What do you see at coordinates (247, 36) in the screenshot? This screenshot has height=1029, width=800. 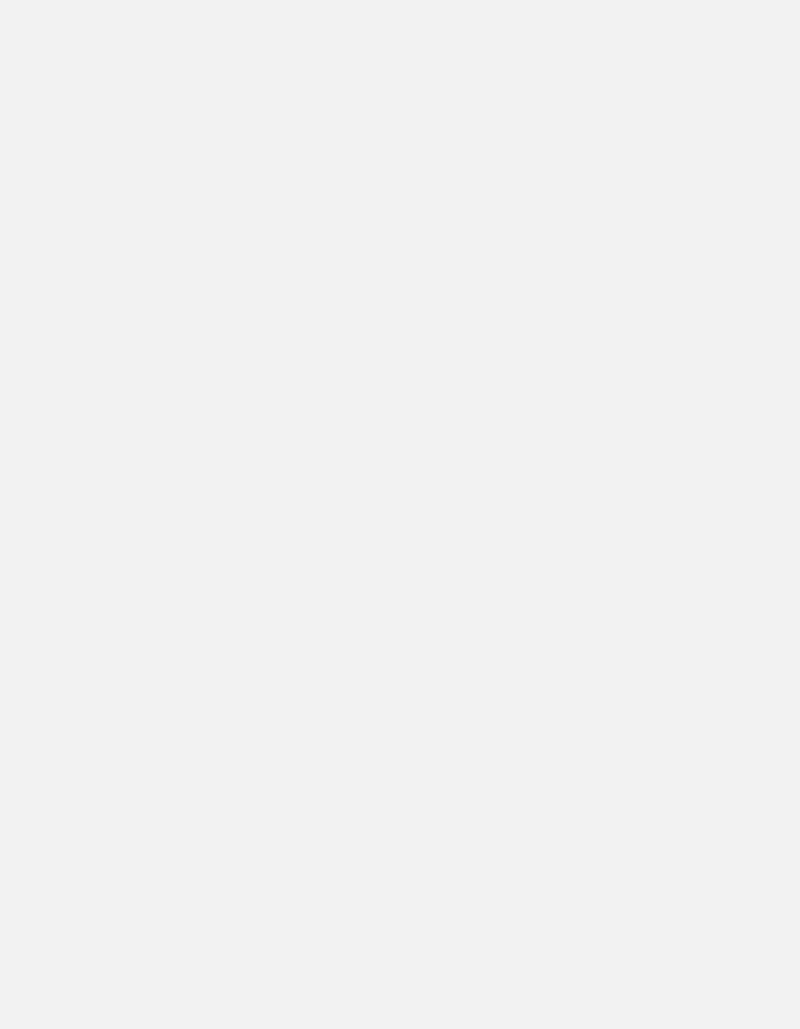 I see `'Tottenham U23 live scored'` at bounding box center [247, 36].